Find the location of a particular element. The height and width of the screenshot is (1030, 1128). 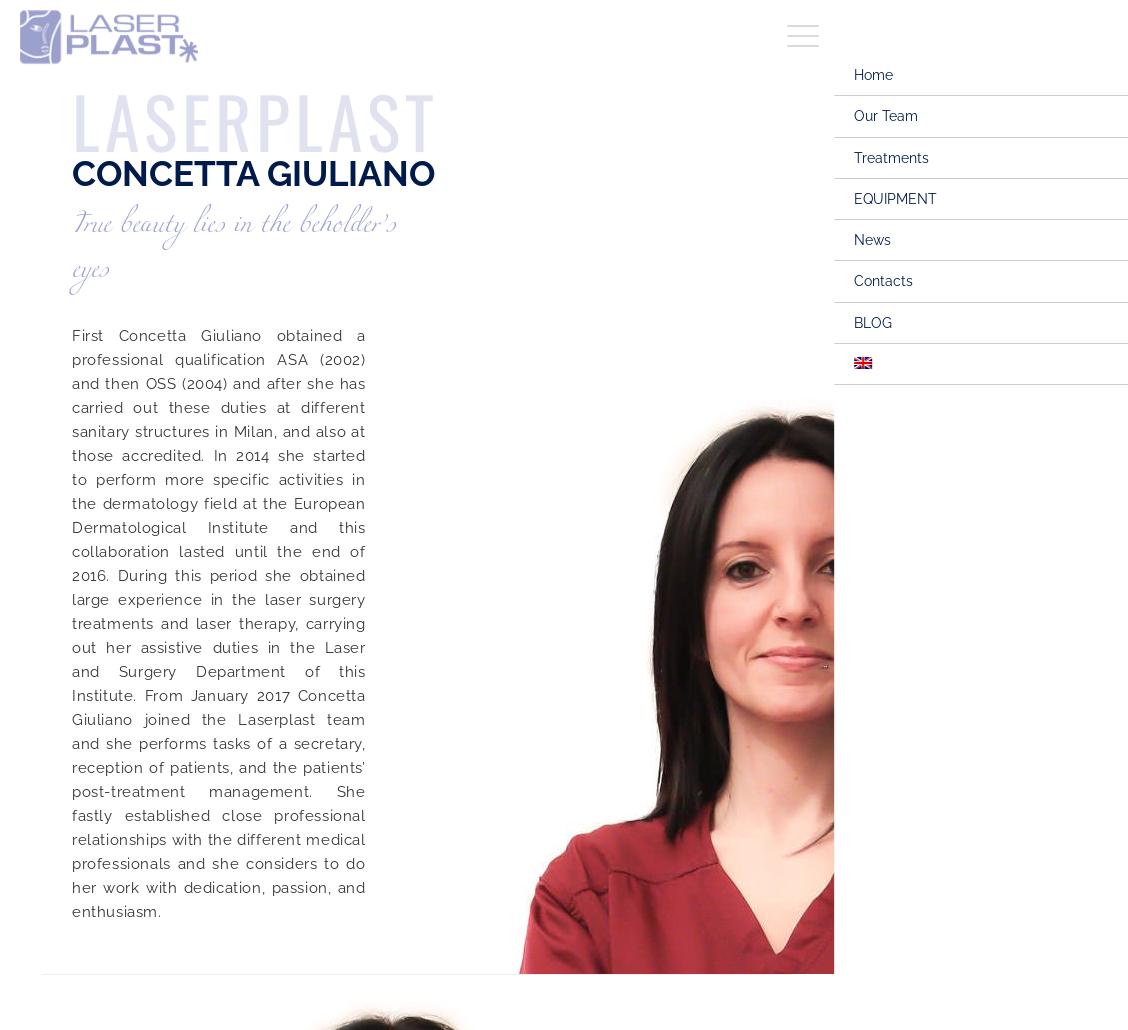

'News' is located at coordinates (853, 239).